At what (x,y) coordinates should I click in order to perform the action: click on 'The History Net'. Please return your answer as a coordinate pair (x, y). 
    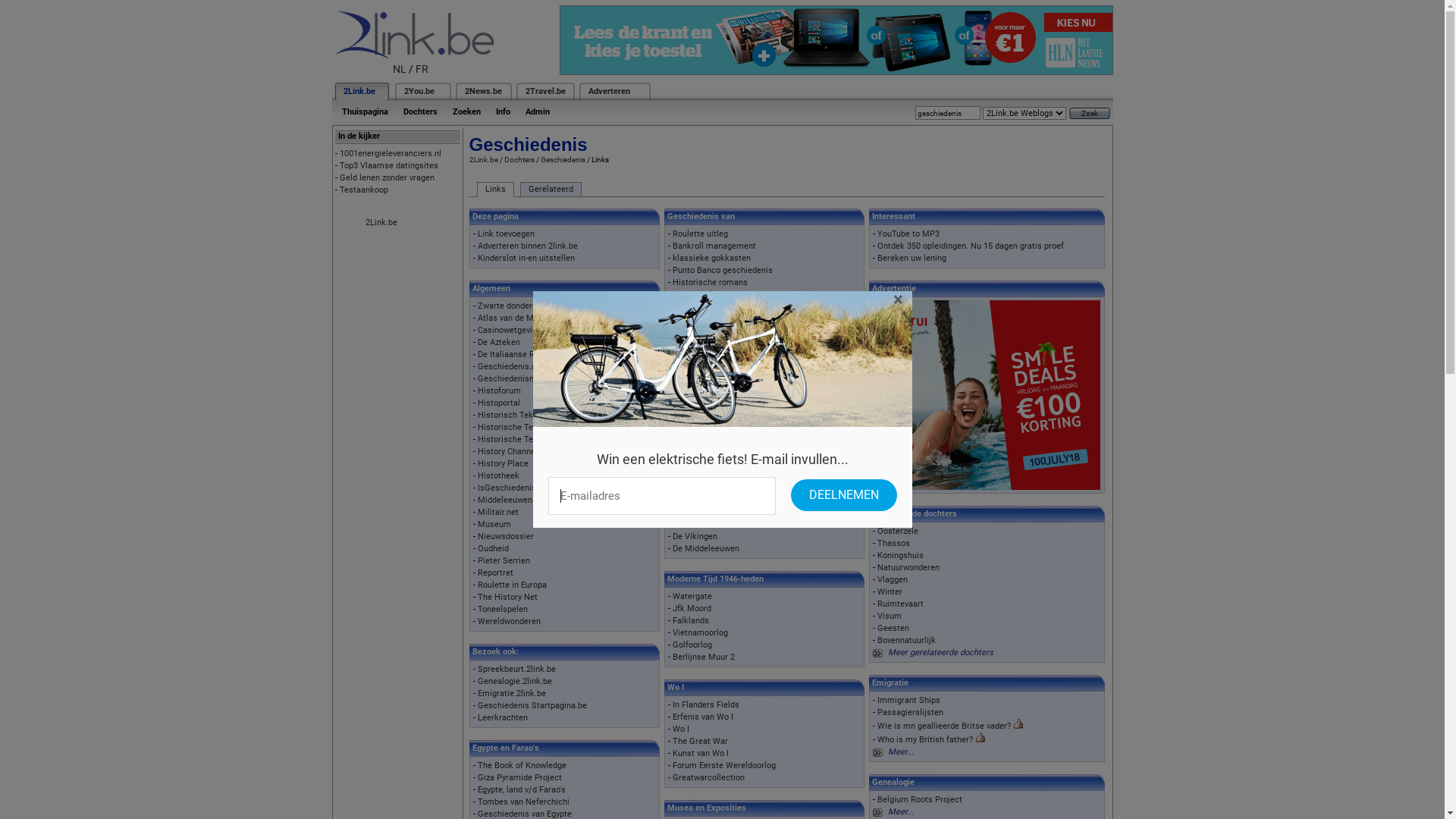
    Looking at the image, I should click on (507, 596).